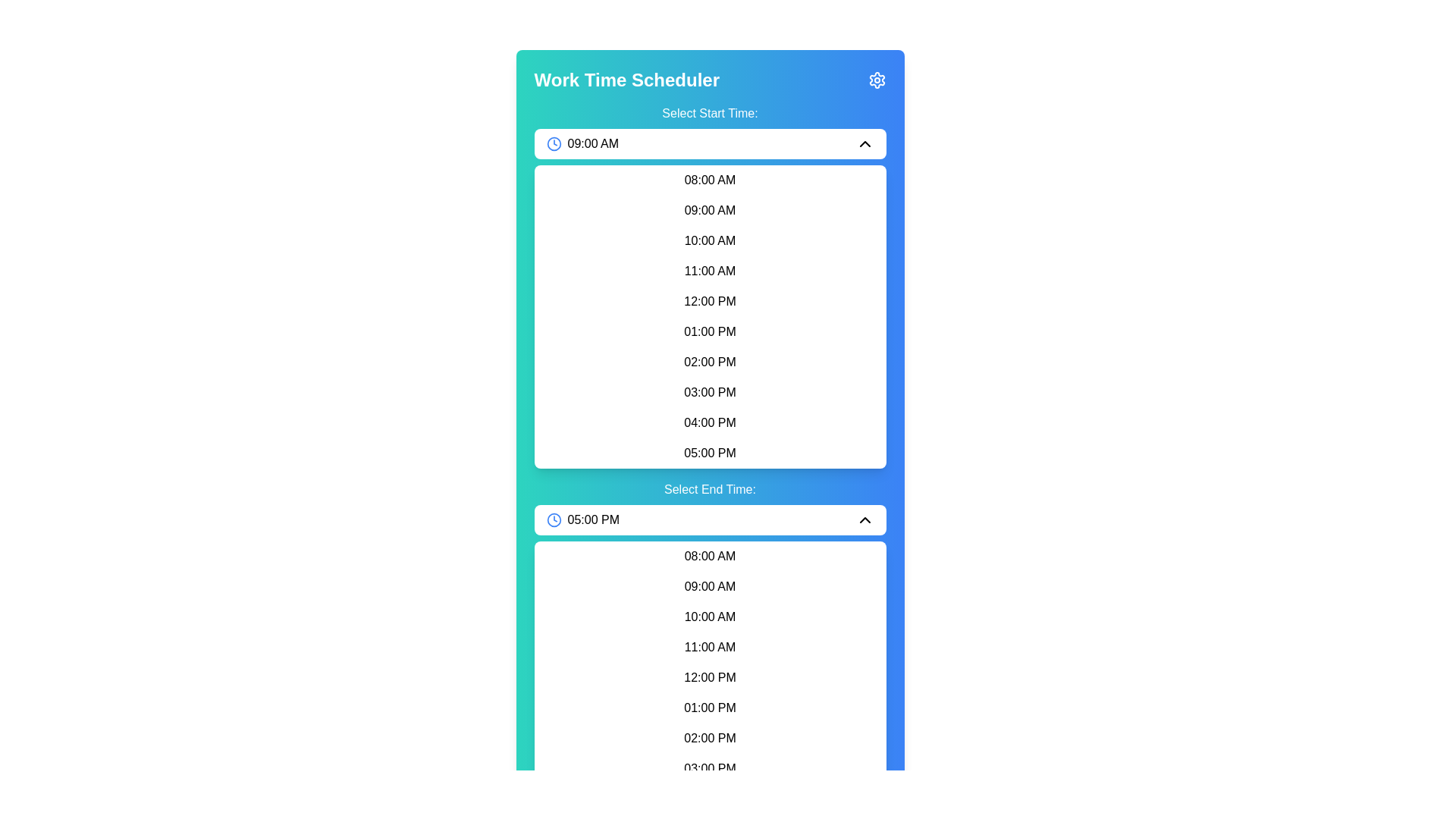  Describe the element at coordinates (709, 271) in the screenshot. I see `the fourth time slot item in the scheduling interface, located between '10:00 AM' and '12:00 PM'` at that location.